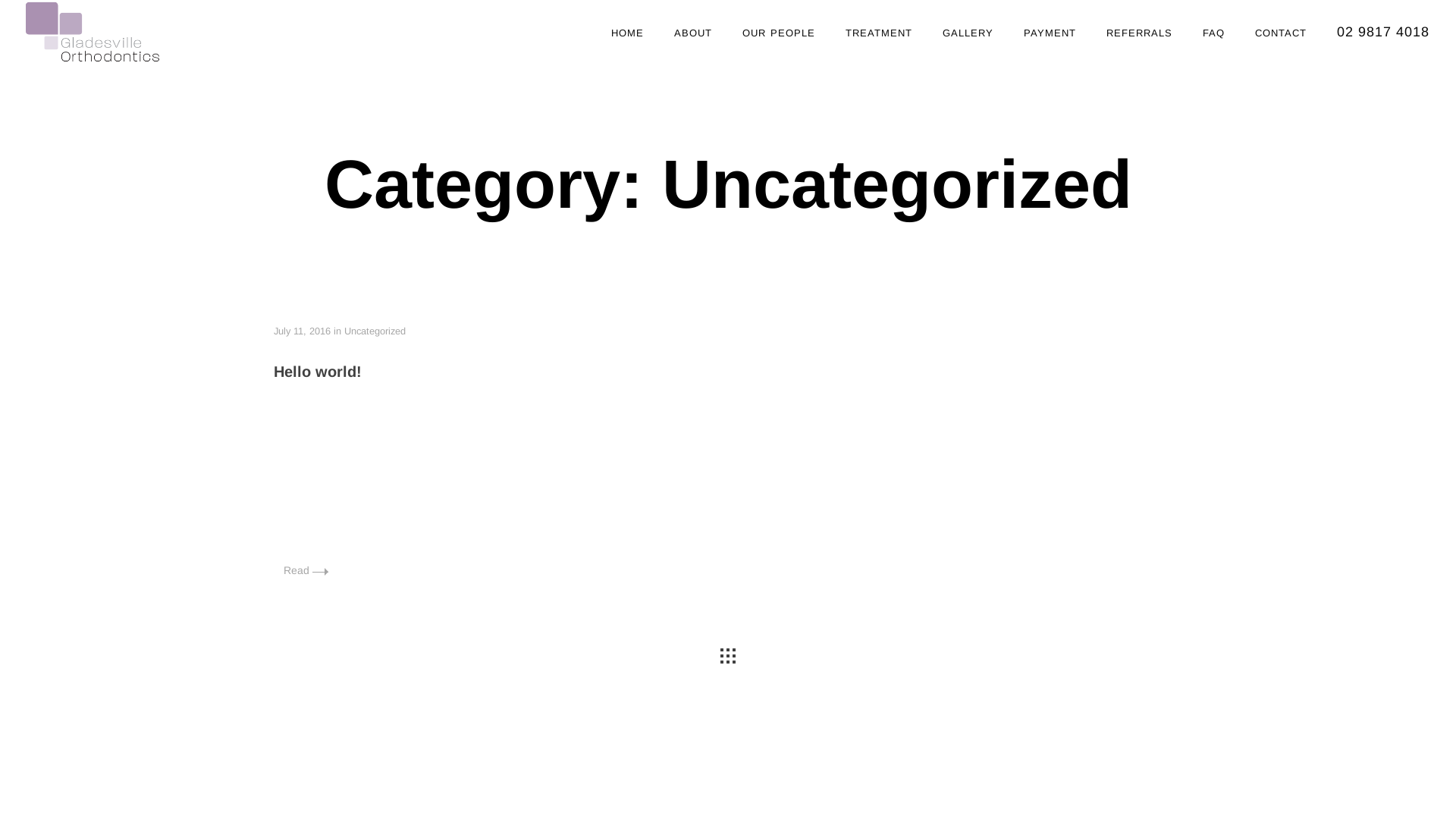 The width and height of the screenshot is (1456, 819). I want to click on 'gallery', so click(967, 32).